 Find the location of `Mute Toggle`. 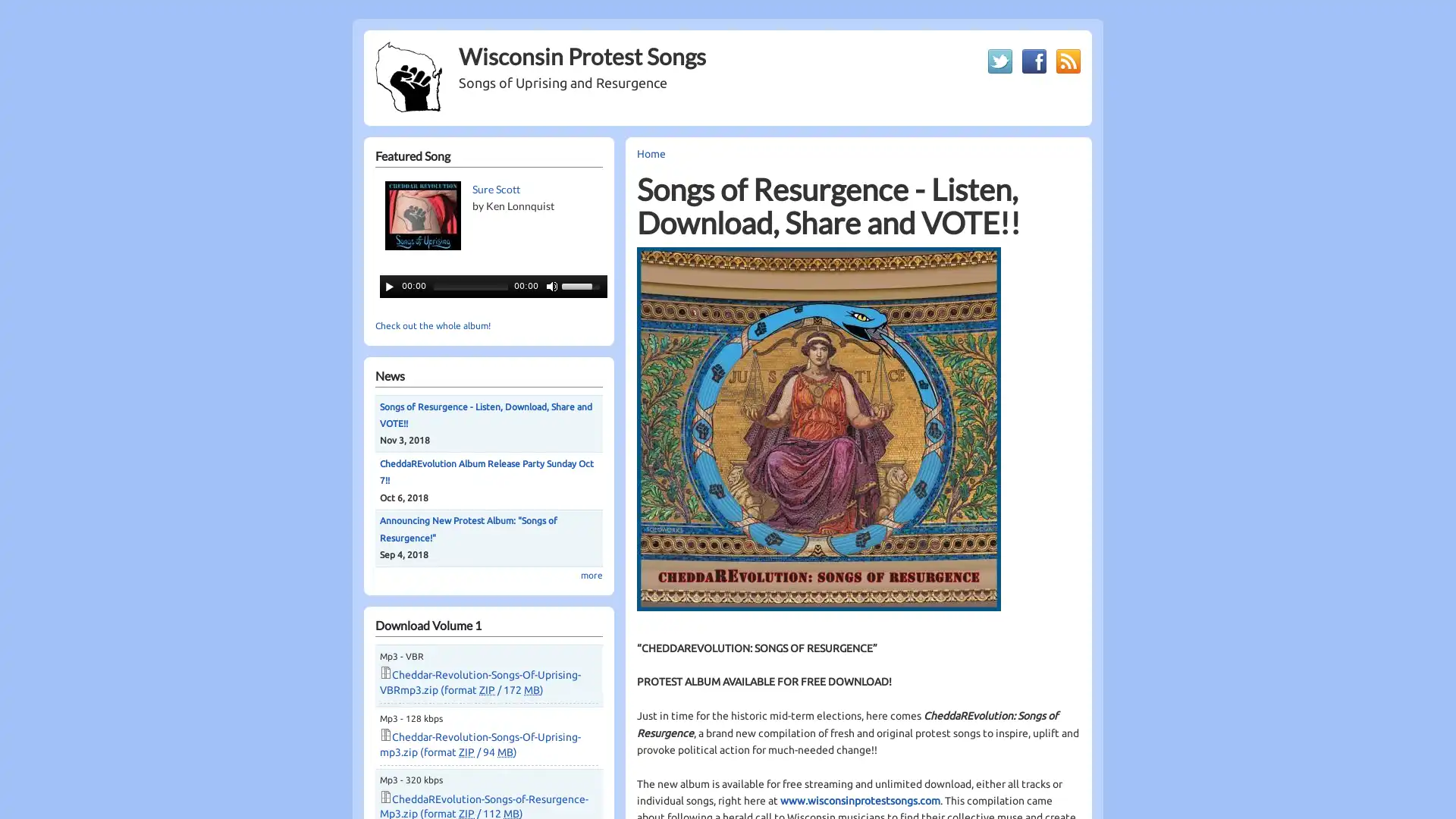

Mute Toggle is located at coordinates (551, 286).